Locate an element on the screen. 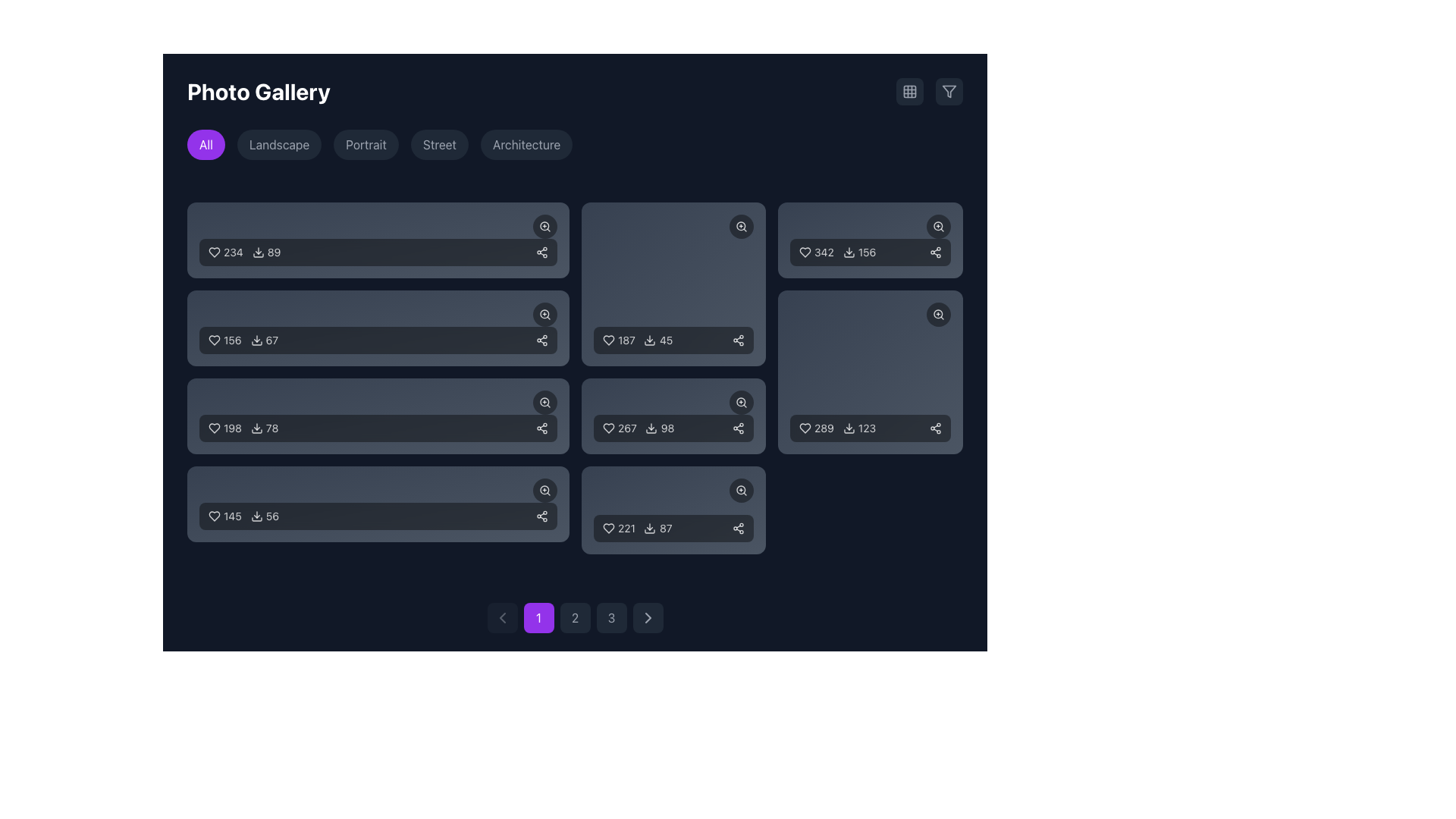 This screenshot has height=819, width=1456. the download icon with the text '78' located on the third row of the interface, to the left side, following the heart icon with '198' is located at coordinates (265, 428).